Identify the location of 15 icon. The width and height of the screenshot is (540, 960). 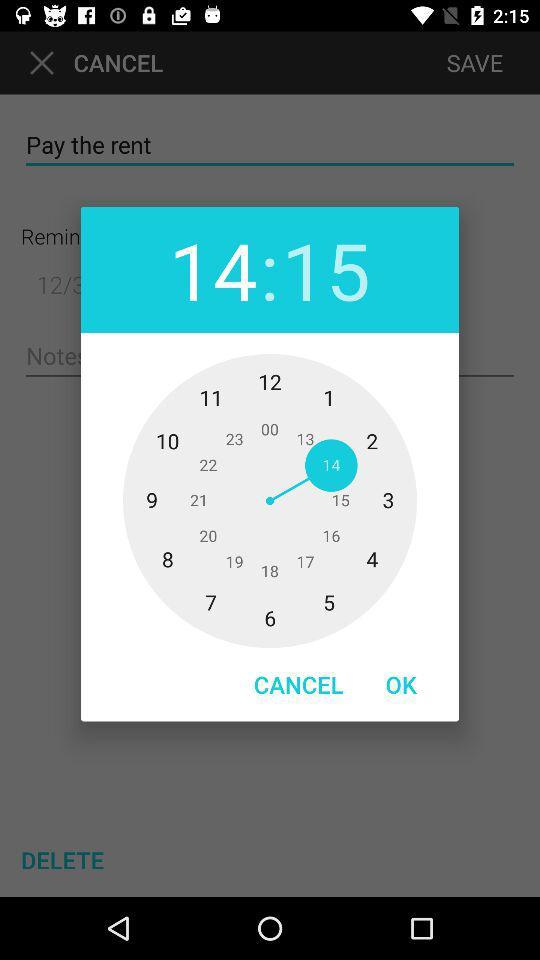
(326, 268).